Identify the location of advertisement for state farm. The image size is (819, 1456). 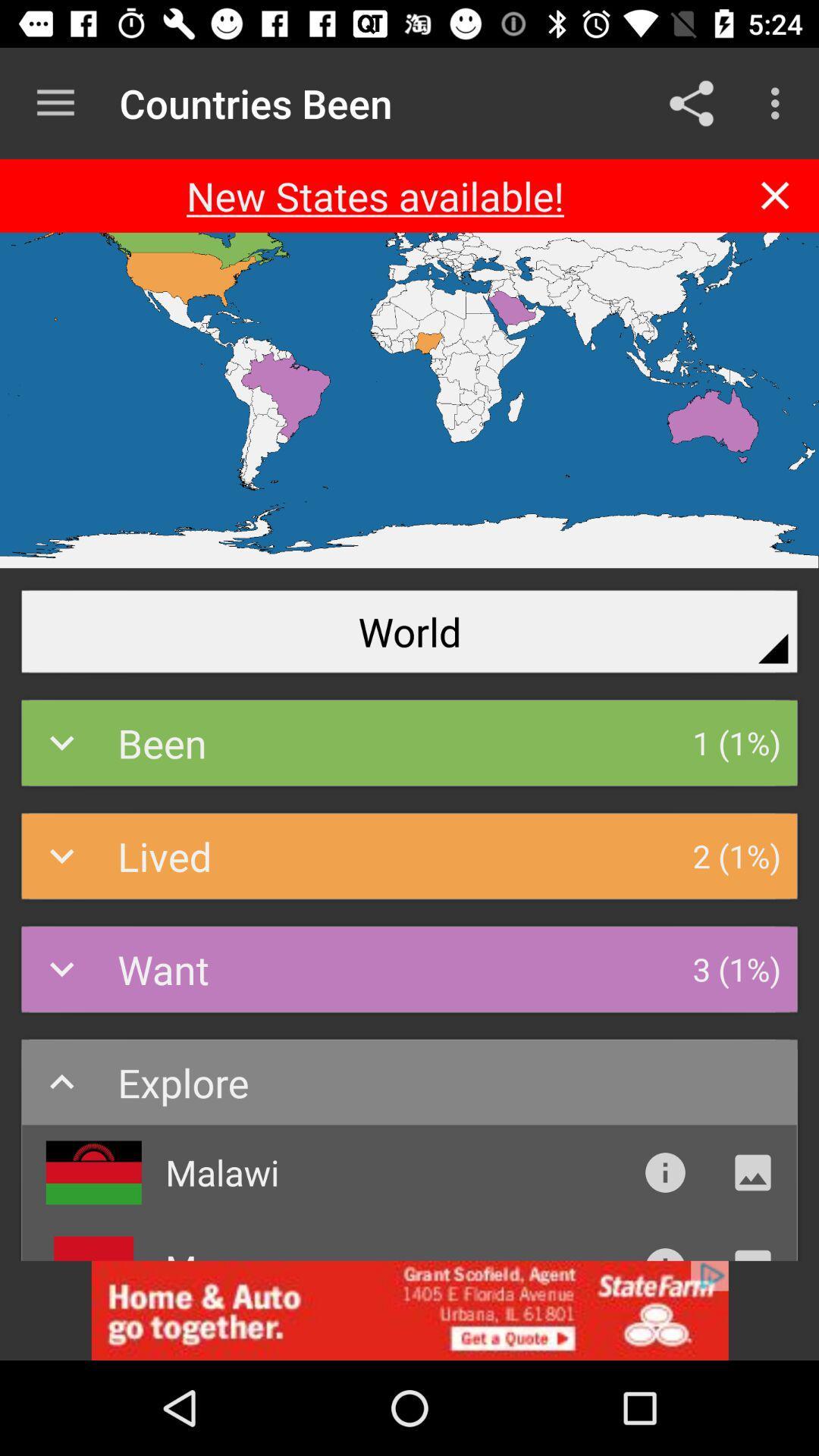
(409, 1310).